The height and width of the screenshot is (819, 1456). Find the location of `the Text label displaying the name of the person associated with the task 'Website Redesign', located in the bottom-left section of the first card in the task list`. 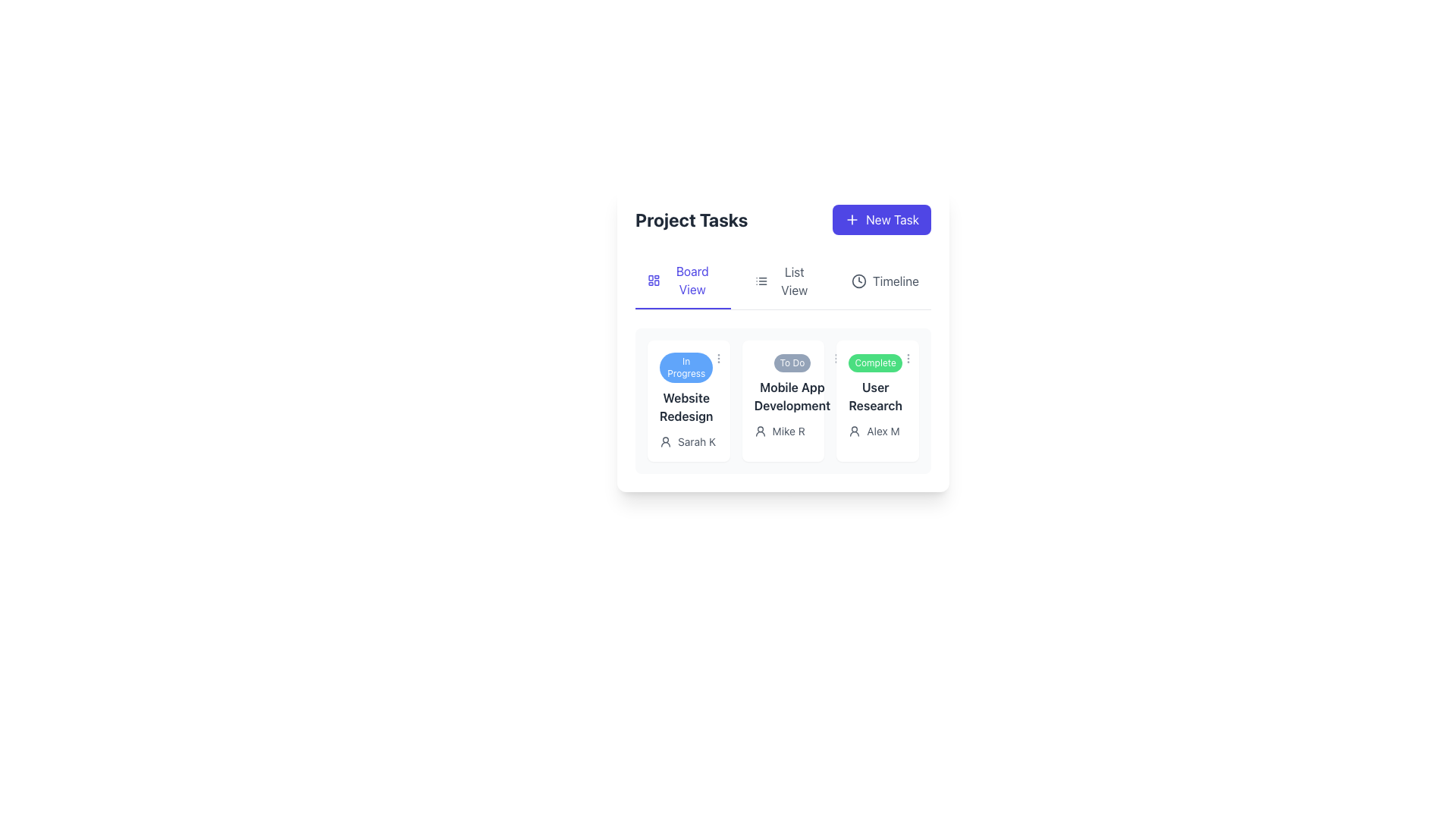

the Text label displaying the name of the person associated with the task 'Website Redesign', located in the bottom-left section of the first card in the task list is located at coordinates (696, 441).